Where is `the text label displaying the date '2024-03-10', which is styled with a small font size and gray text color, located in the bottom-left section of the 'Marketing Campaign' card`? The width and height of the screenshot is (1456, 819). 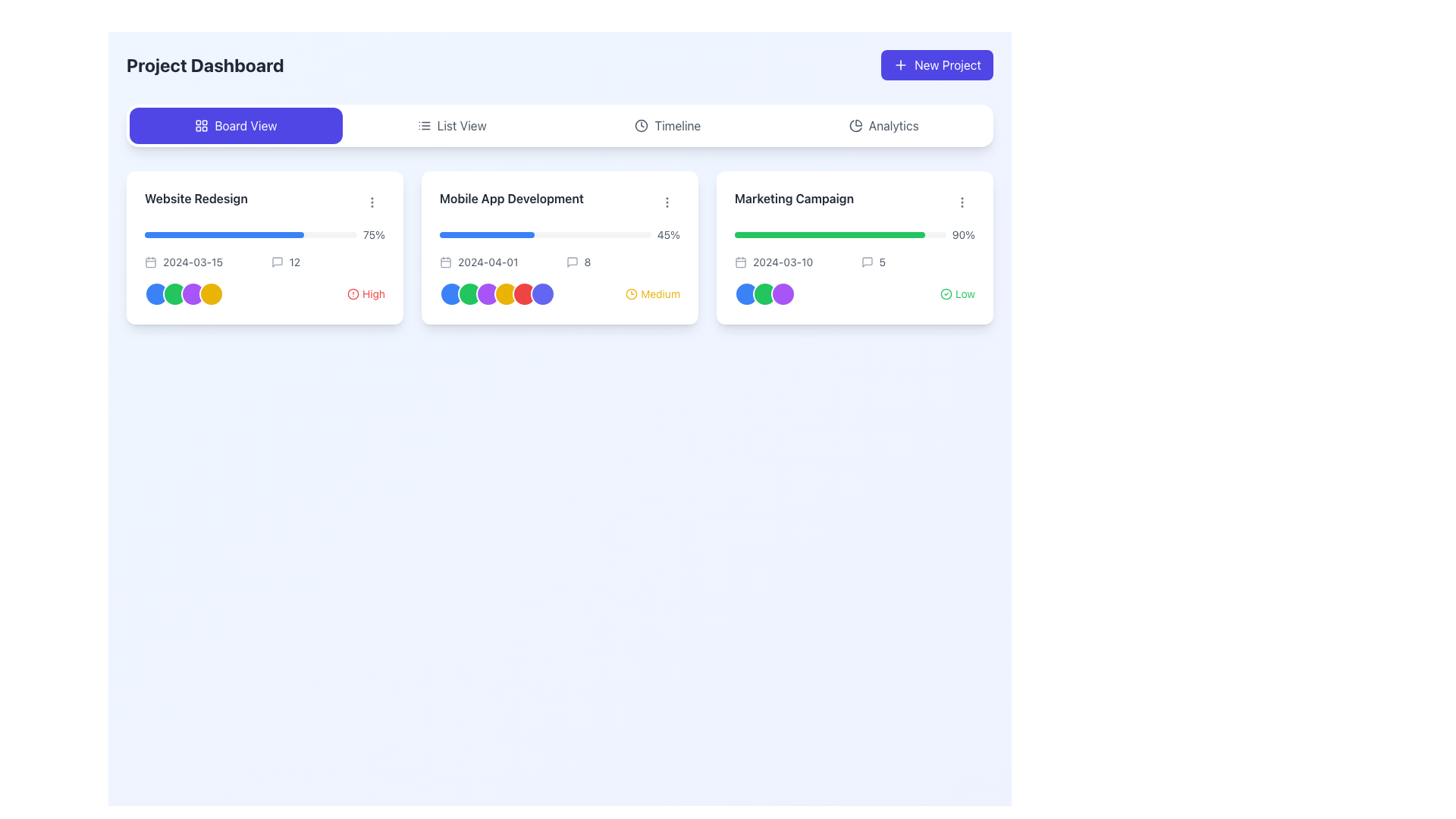 the text label displaying the date '2024-03-10', which is styled with a small font size and gray text color, located in the bottom-left section of the 'Marketing Campaign' card is located at coordinates (783, 262).